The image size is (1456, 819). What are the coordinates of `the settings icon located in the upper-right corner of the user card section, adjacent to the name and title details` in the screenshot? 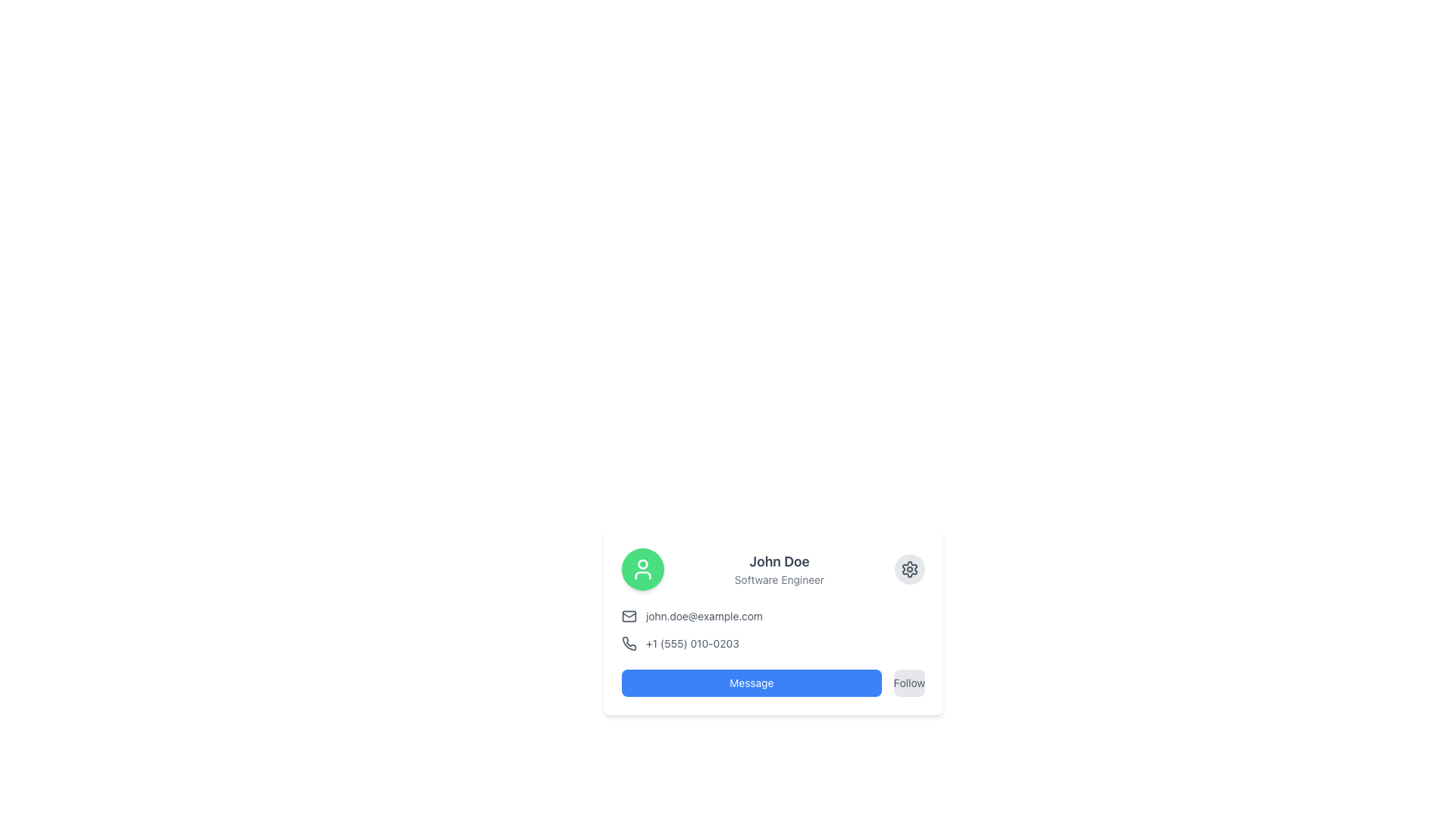 It's located at (910, 570).